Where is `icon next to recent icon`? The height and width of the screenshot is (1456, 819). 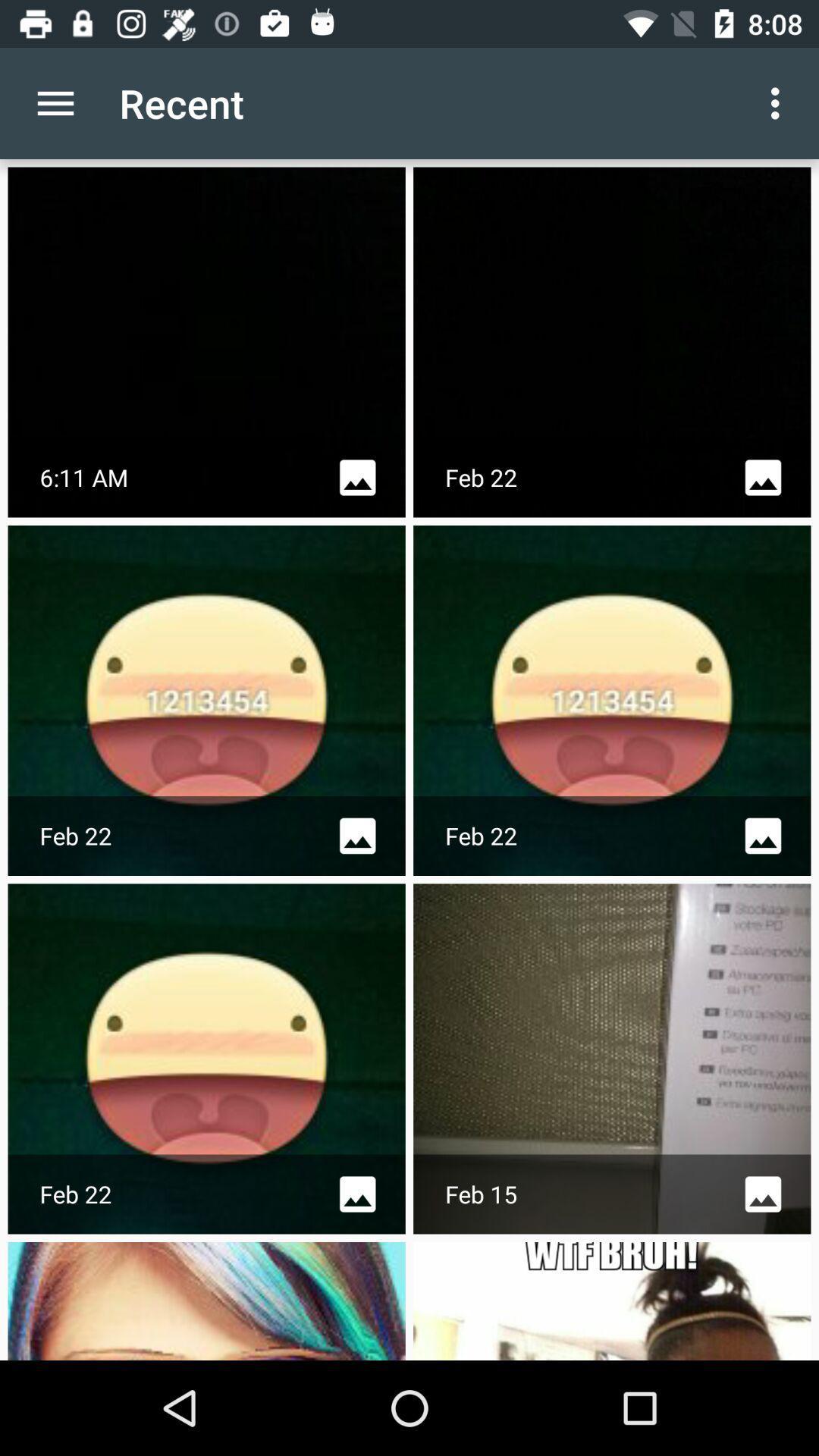
icon next to recent icon is located at coordinates (55, 102).